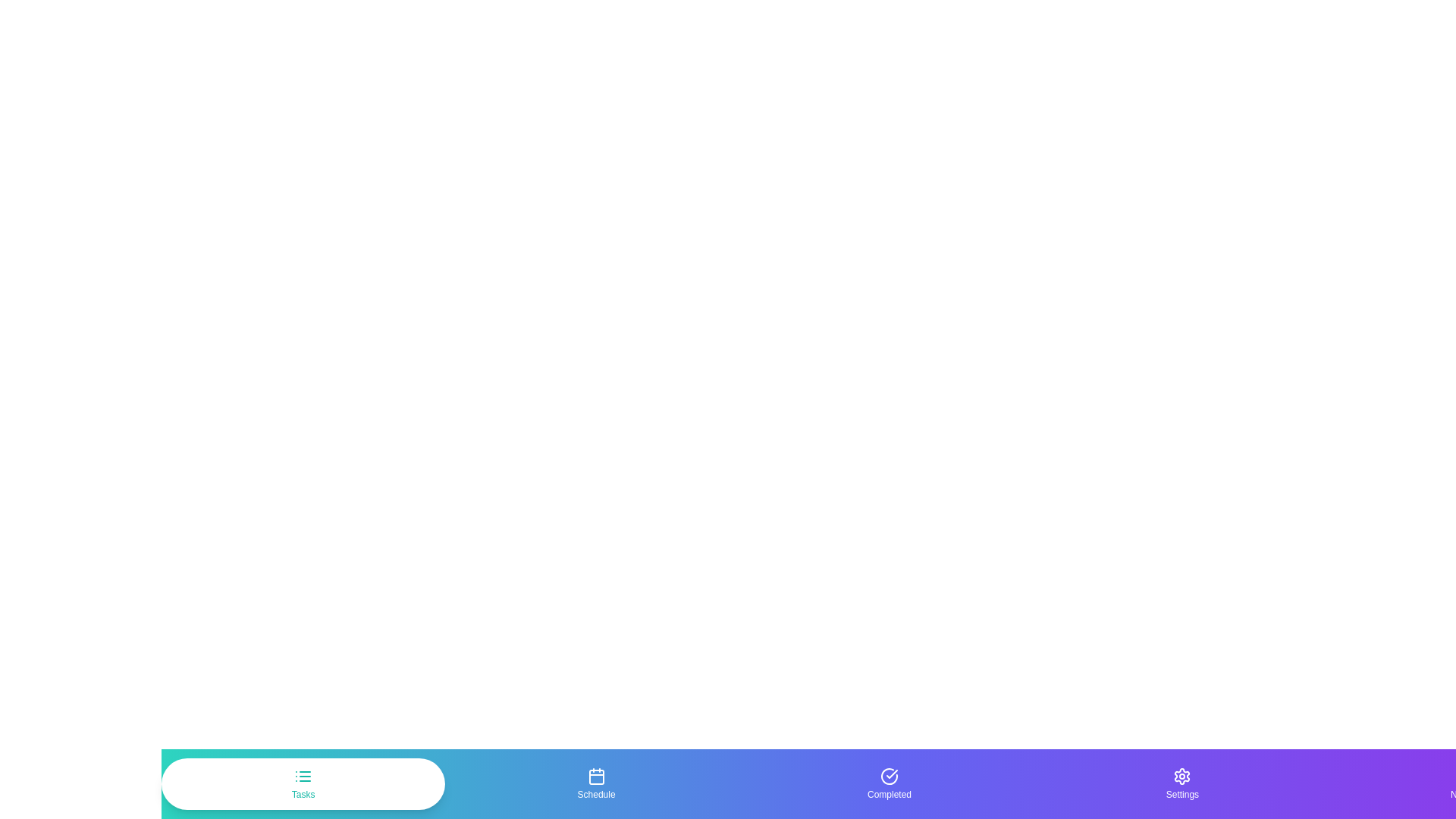 The width and height of the screenshot is (1456, 819). What do you see at coordinates (303, 783) in the screenshot?
I see `the Tasks tab by clicking on its button` at bounding box center [303, 783].